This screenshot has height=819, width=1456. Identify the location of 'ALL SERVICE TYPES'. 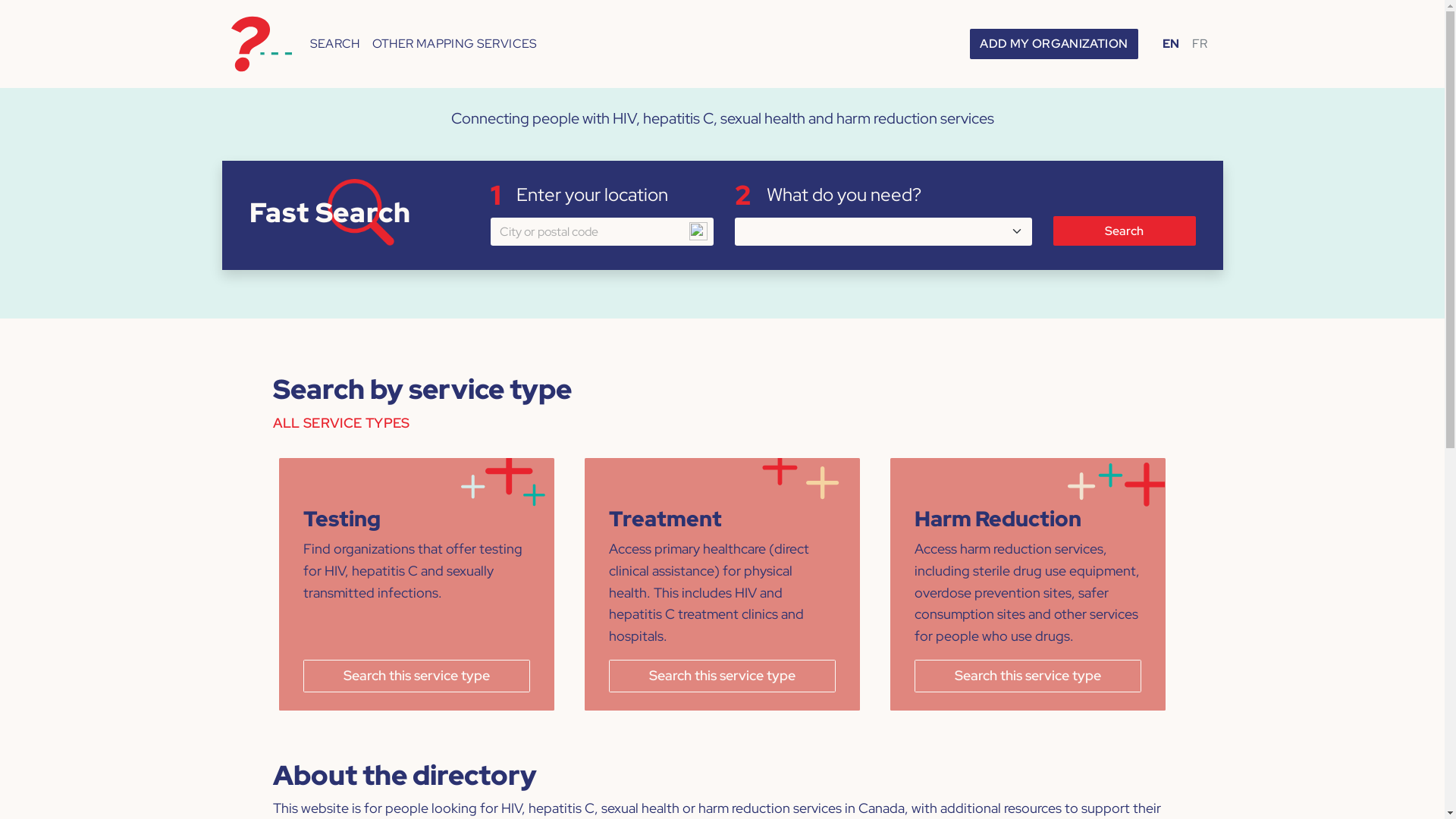
(273, 428).